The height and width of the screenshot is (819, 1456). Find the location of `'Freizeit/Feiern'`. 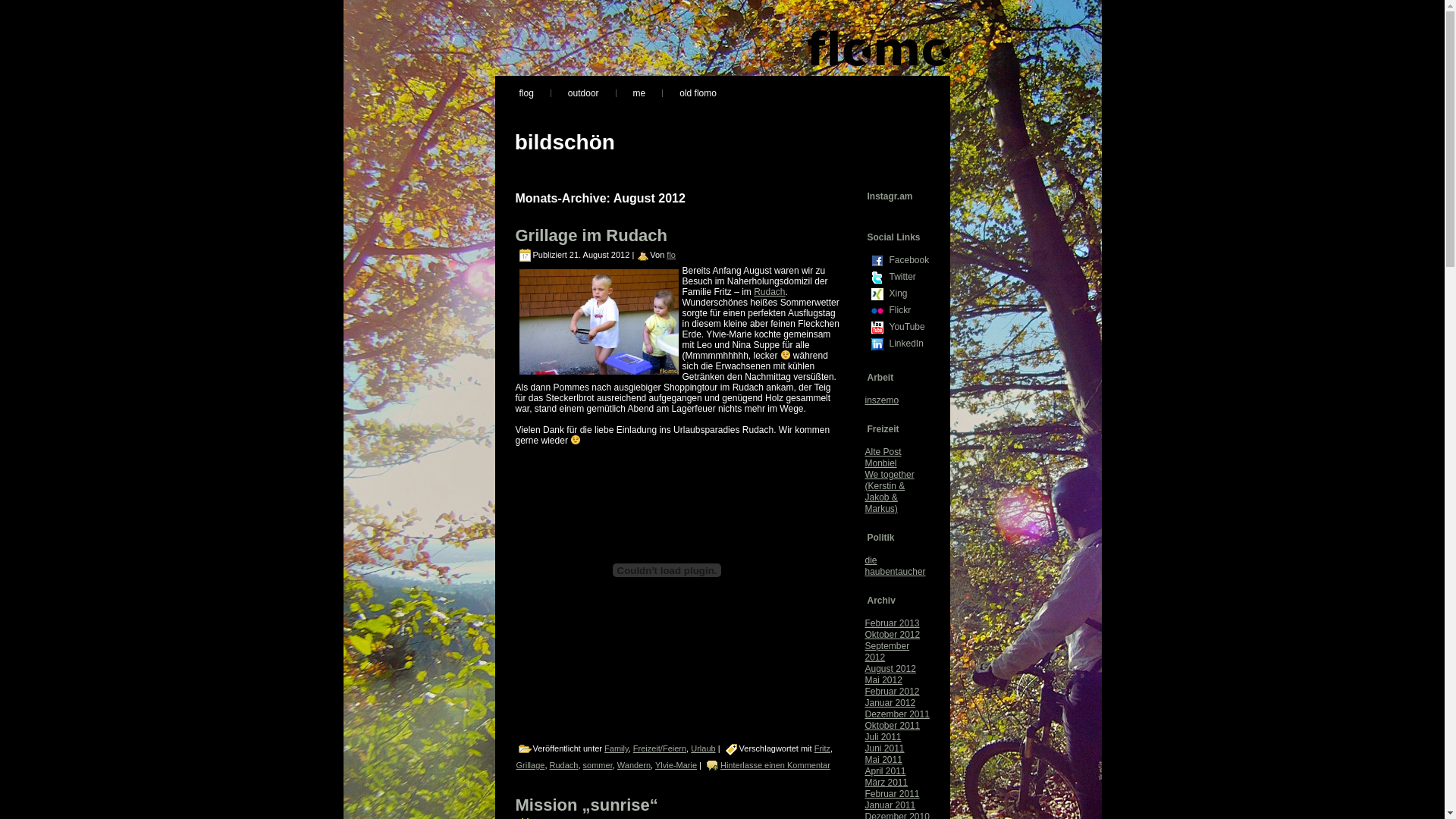

'Freizeit/Feiern' is located at coordinates (659, 748).